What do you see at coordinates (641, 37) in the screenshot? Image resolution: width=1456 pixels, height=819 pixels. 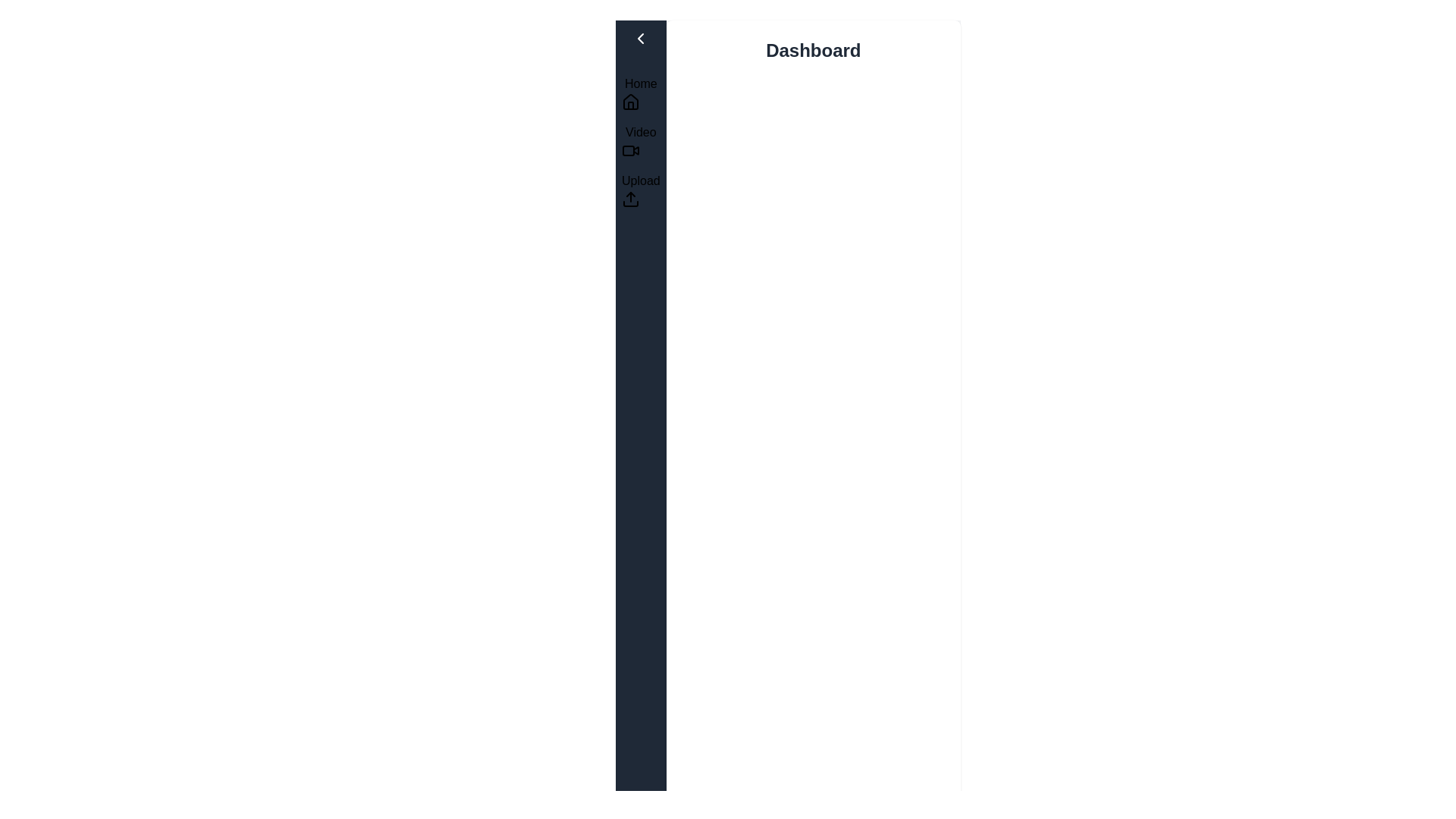 I see `the triangular leftward-pointing arrow icon in the vertical sidebar` at bounding box center [641, 37].